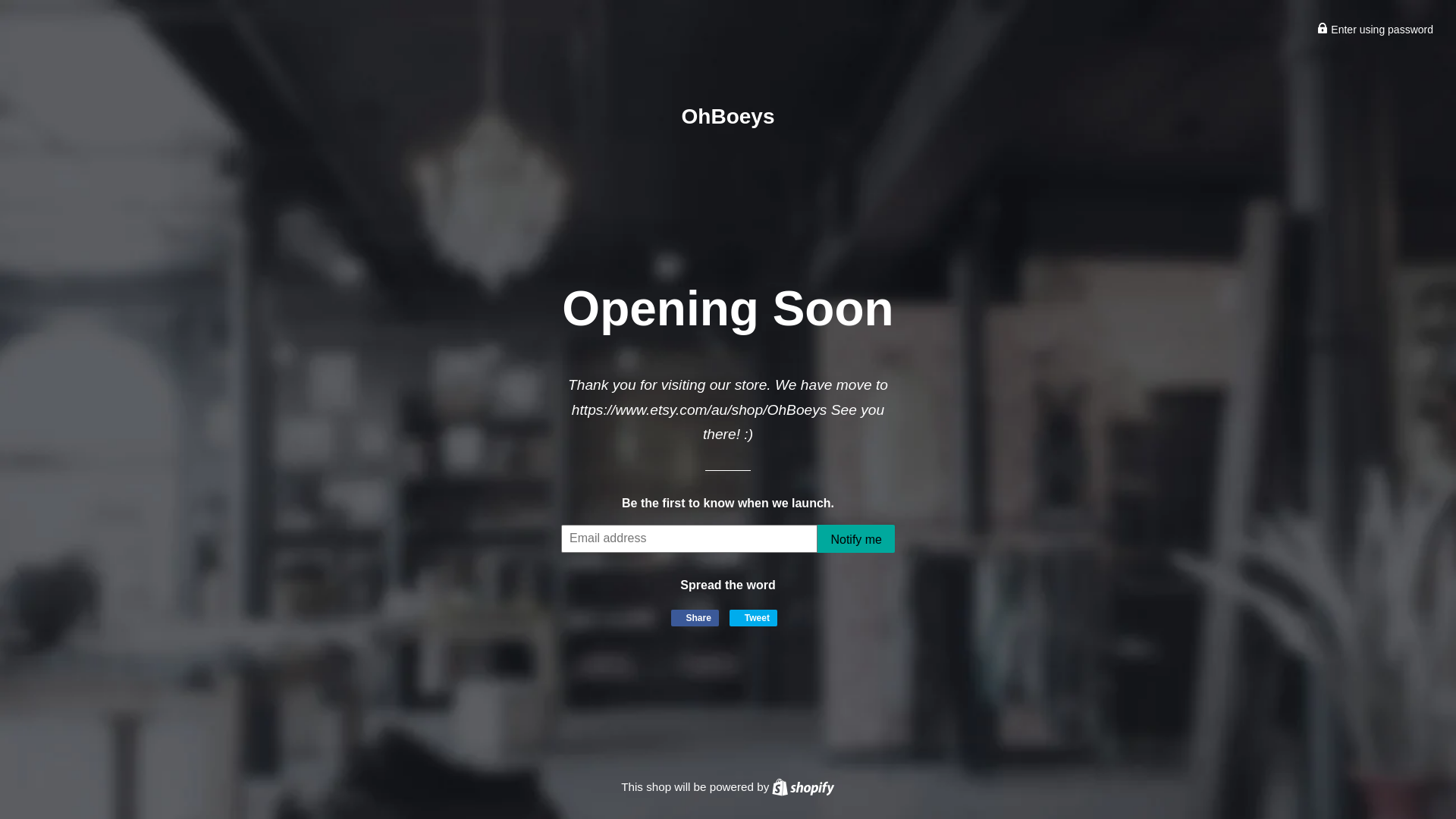  I want to click on 'Notify me', so click(855, 538).